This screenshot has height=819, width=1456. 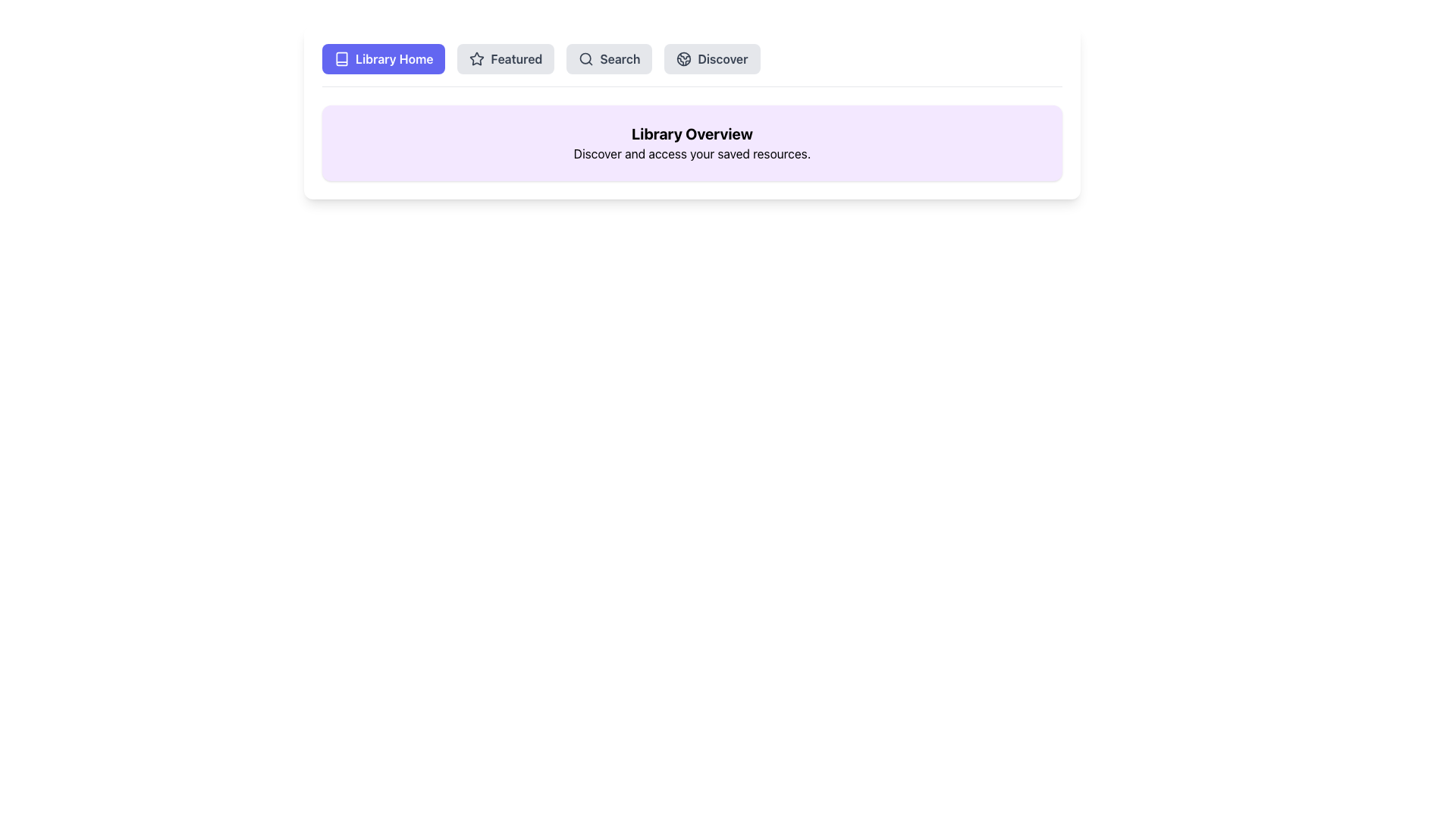 What do you see at coordinates (609, 58) in the screenshot?
I see `the Search button located in the horizontal navigation bar, positioned between the 'Featured' and 'Discover' buttons` at bounding box center [609, 58].